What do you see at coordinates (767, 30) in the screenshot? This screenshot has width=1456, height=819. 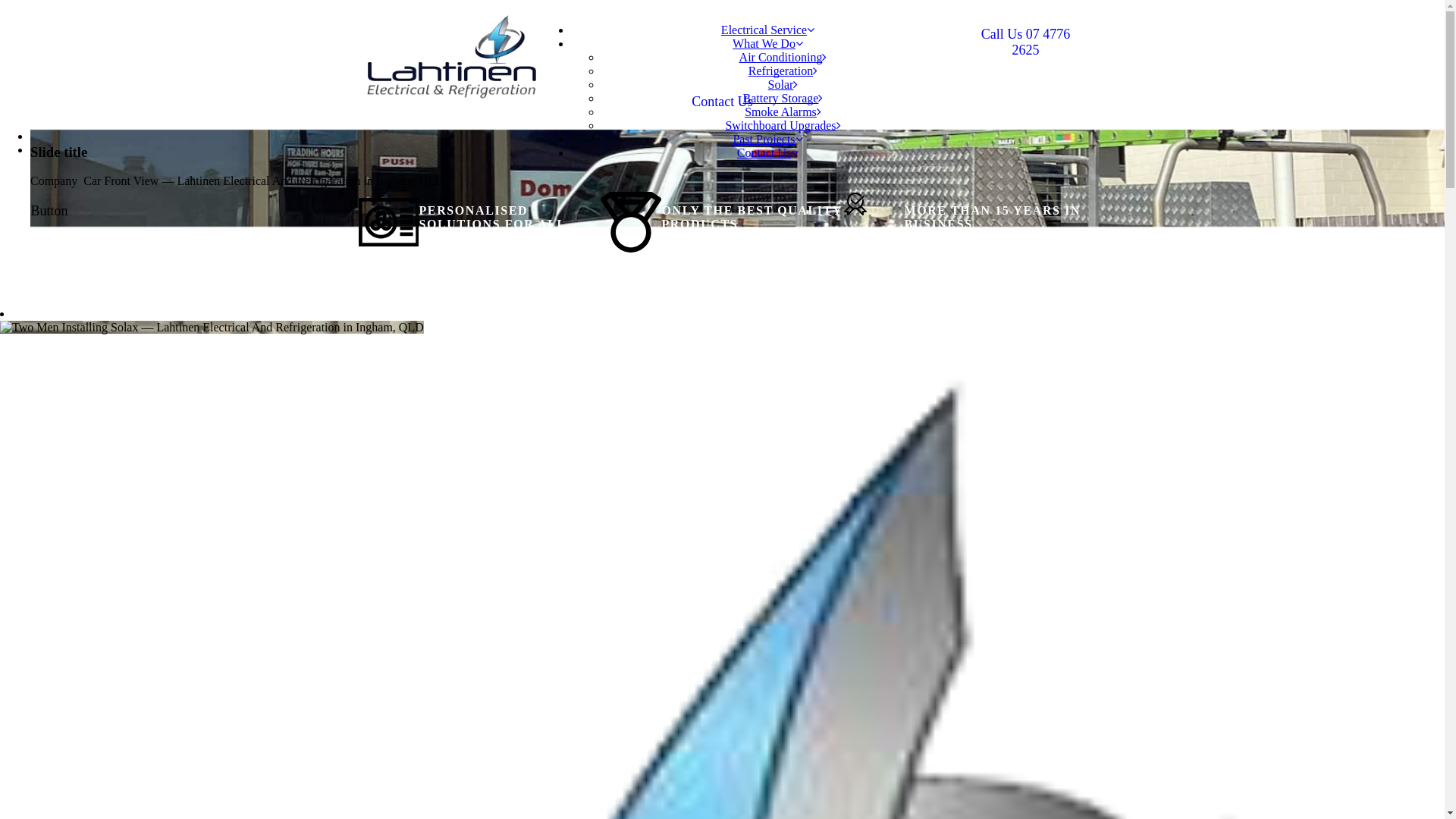 I see `'Electrical Service'` at bounding box center [767, 30].